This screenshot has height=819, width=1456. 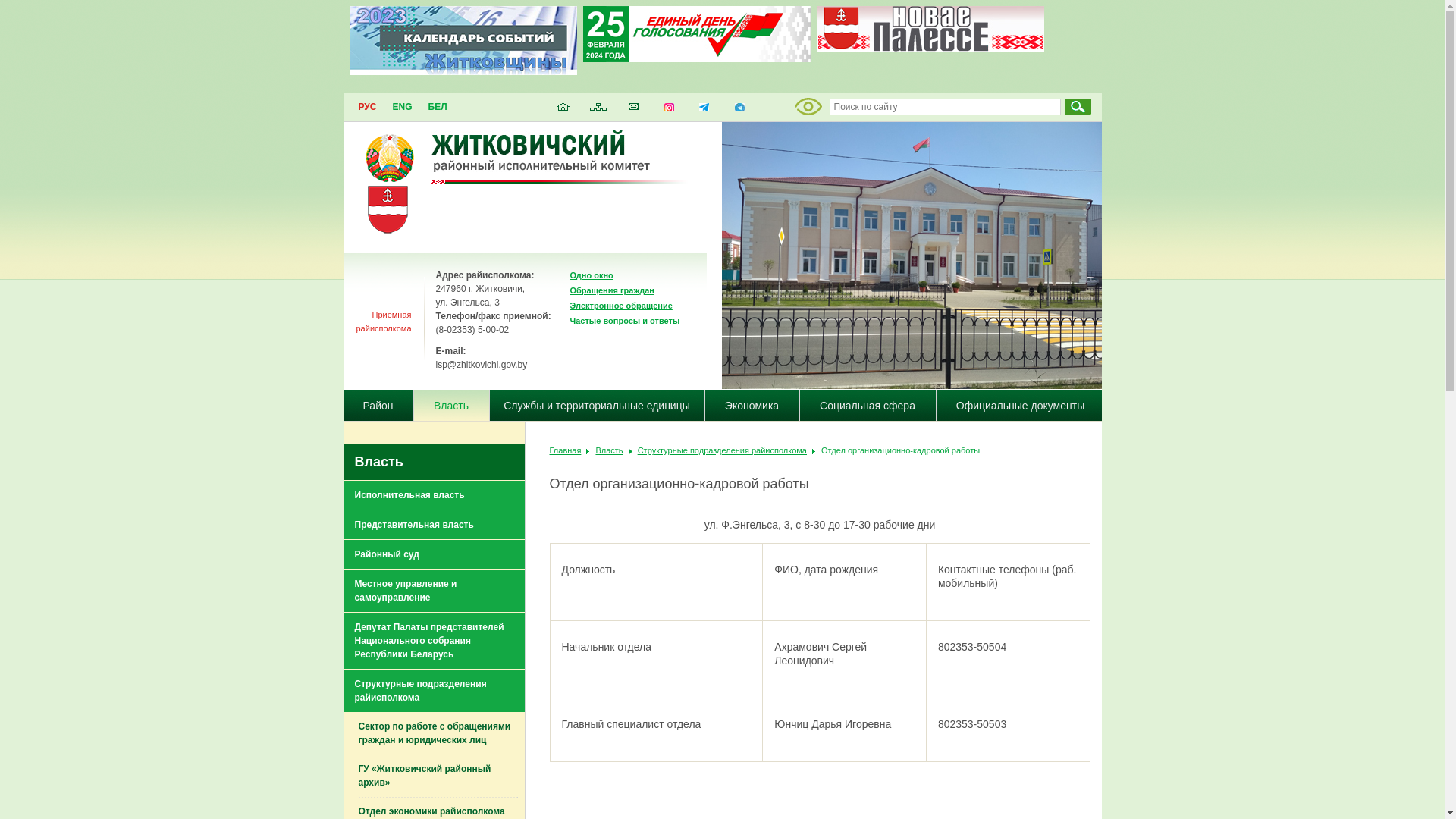 I want to click on 'instagram', so click(x=668, y=110).